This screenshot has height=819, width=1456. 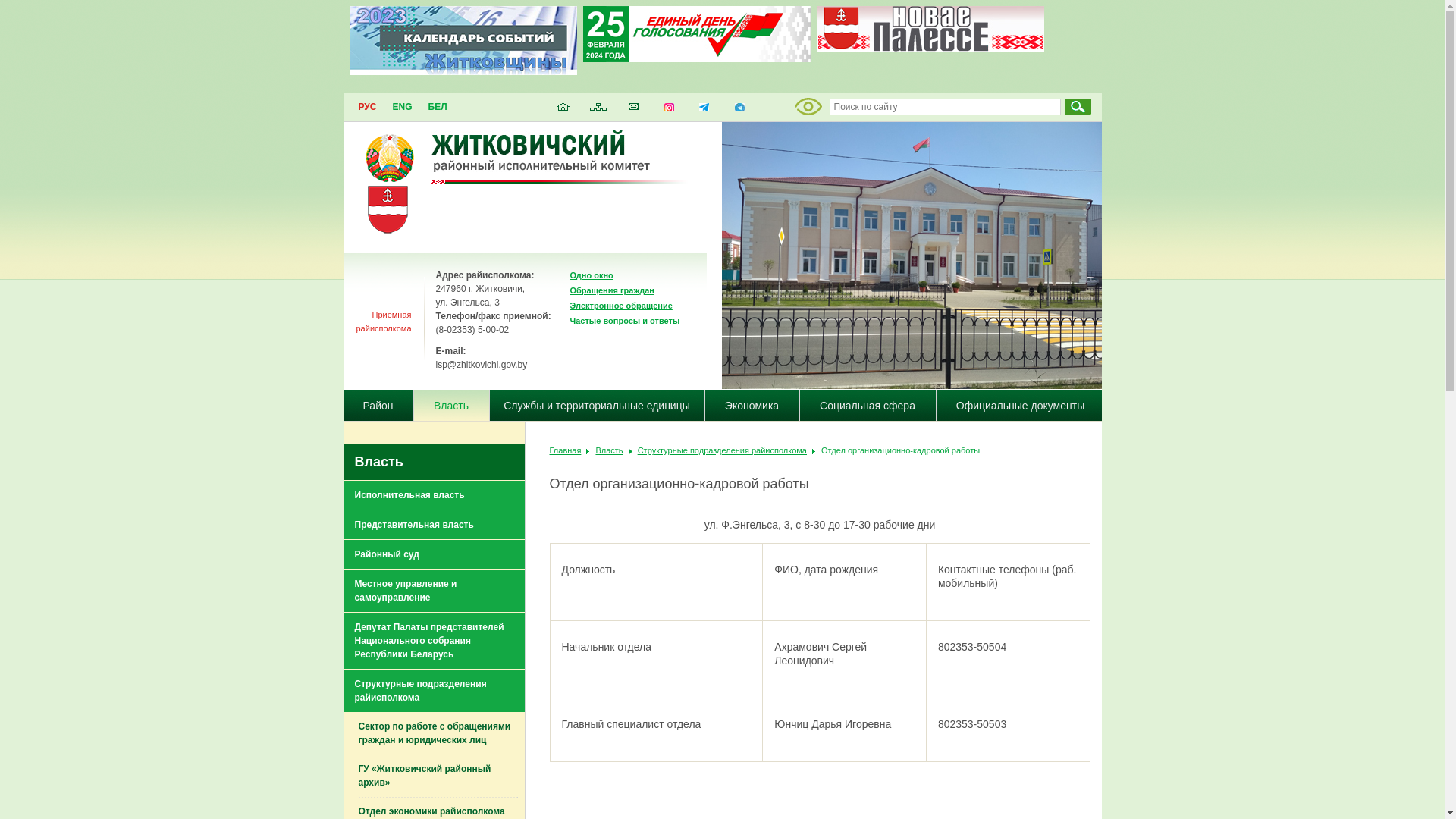 I want to click on 'instagram', so click(x=668, y=110).